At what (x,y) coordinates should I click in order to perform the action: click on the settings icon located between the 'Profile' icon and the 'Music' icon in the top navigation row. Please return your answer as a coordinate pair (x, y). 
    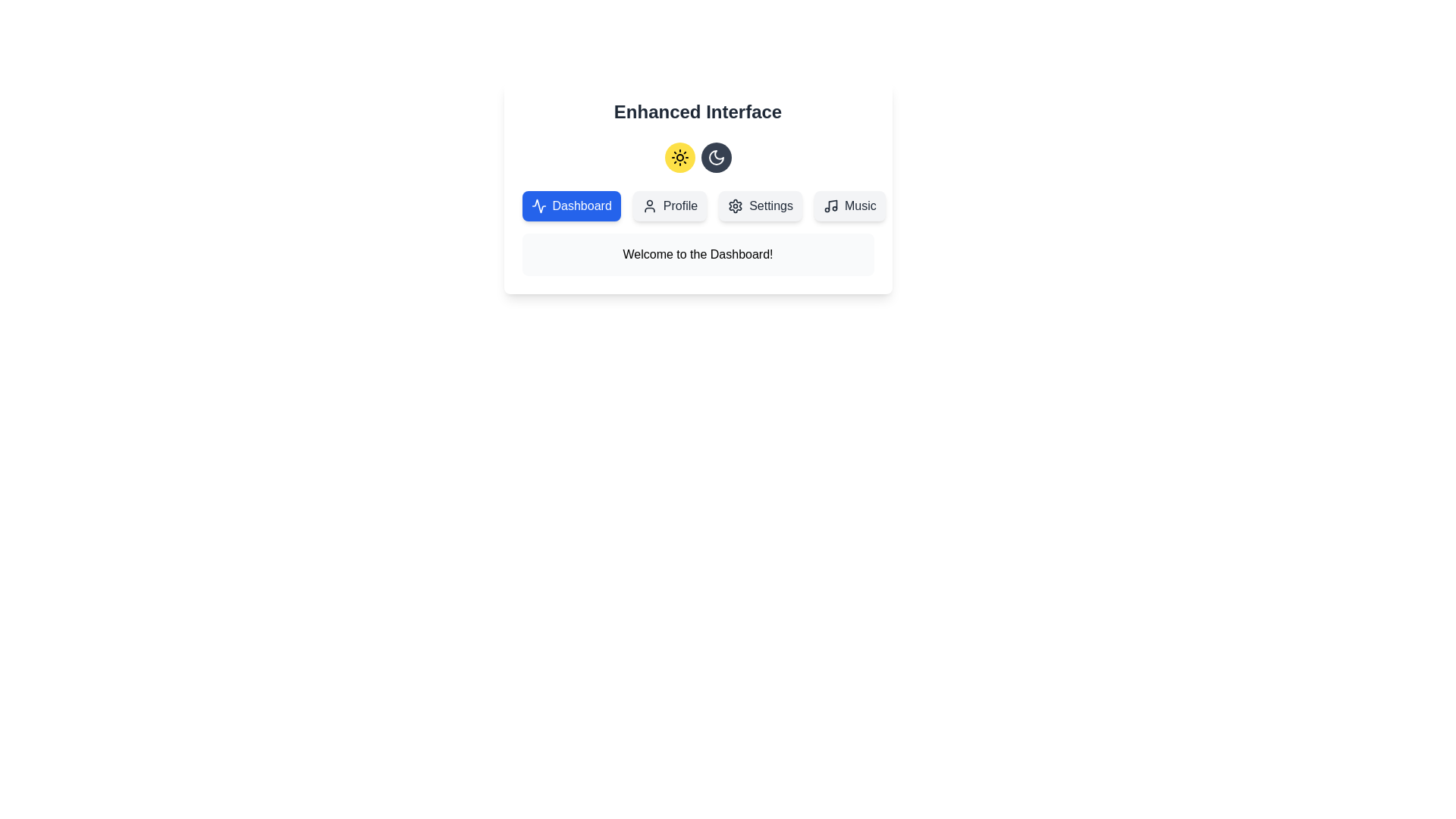
    Looking at the image, I should click on (736, 206).